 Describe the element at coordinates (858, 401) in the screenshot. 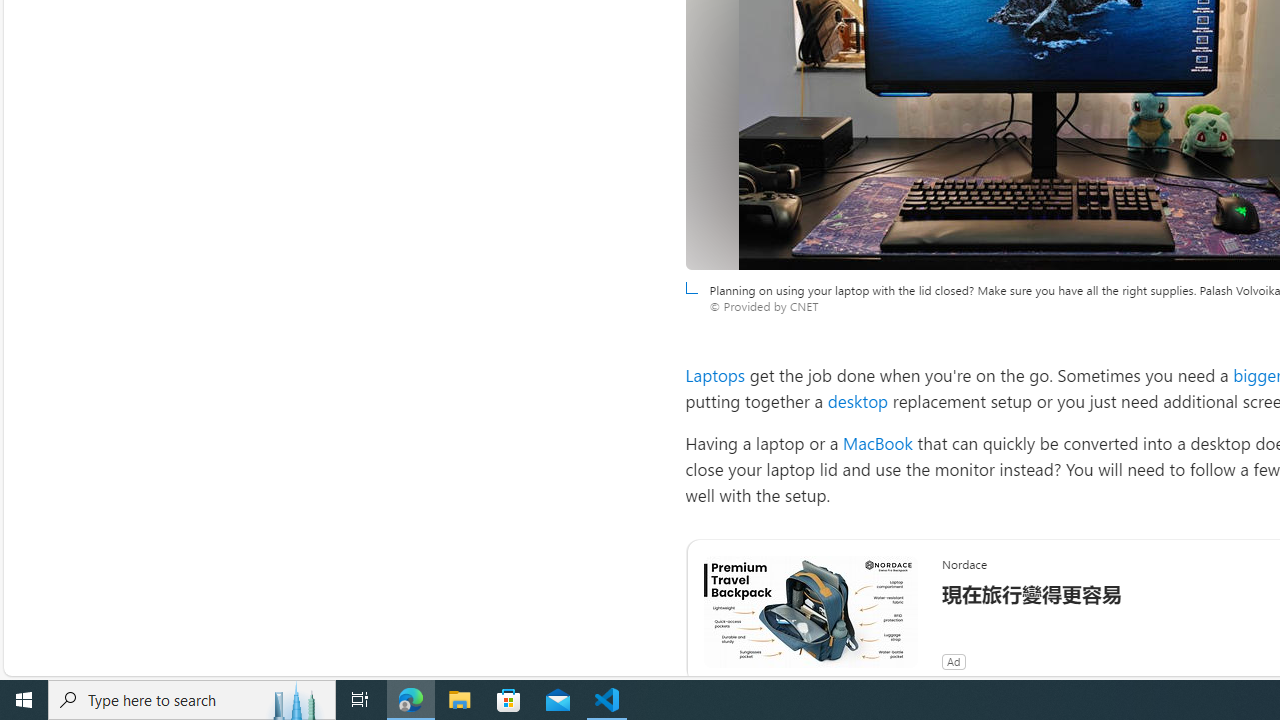

I see `'desktop'` at that location.